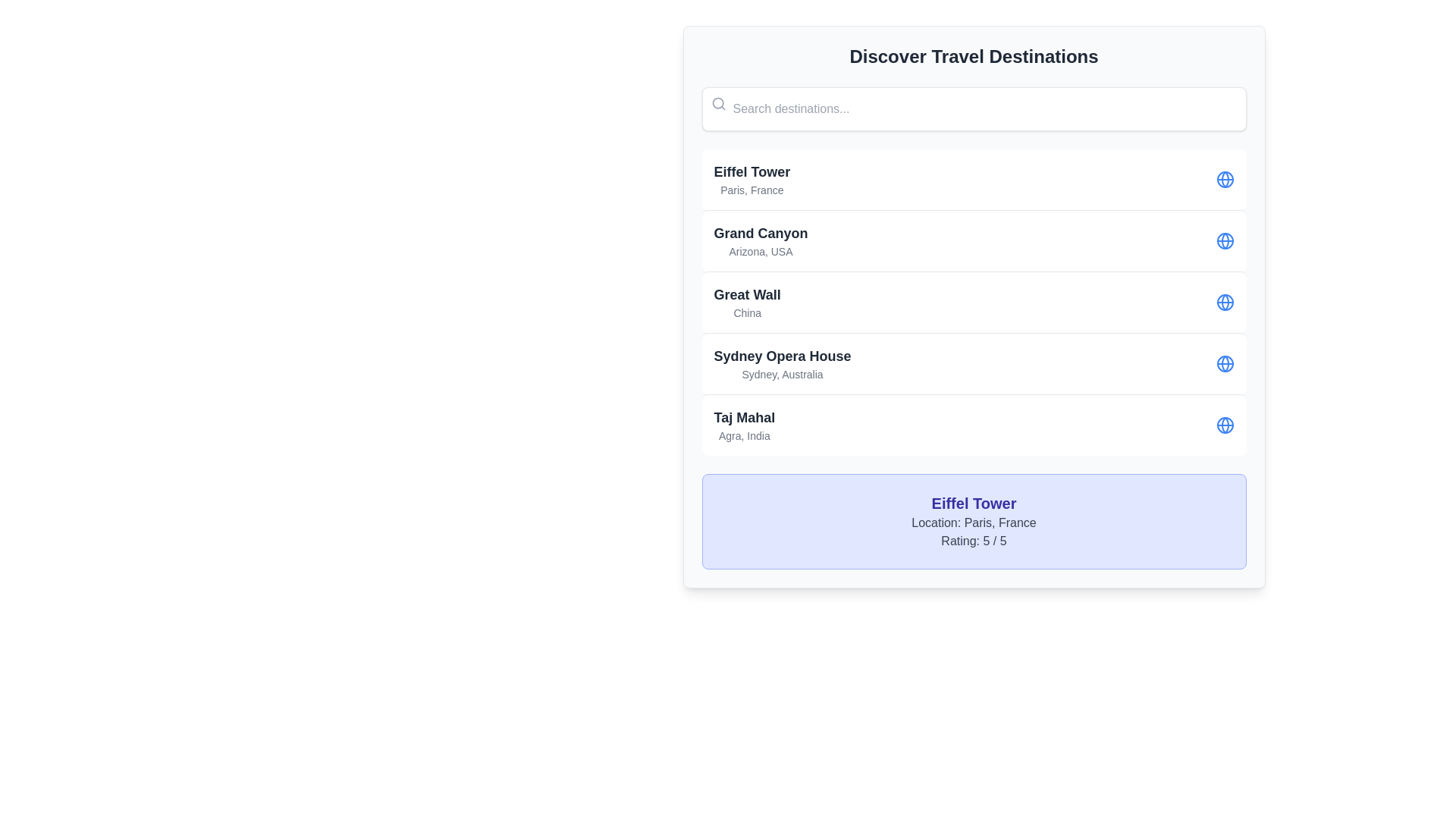 The height and width of the screenshot is (819, 1456). What do you see at coordinates (783, 363) in the screenshot?
I see `displayed text information about the Sydney Opera House, located in the fourth row of the travel destinations list, between 'Great Wall' and 'Taj Mahal'` at bounding box center [783, 363].